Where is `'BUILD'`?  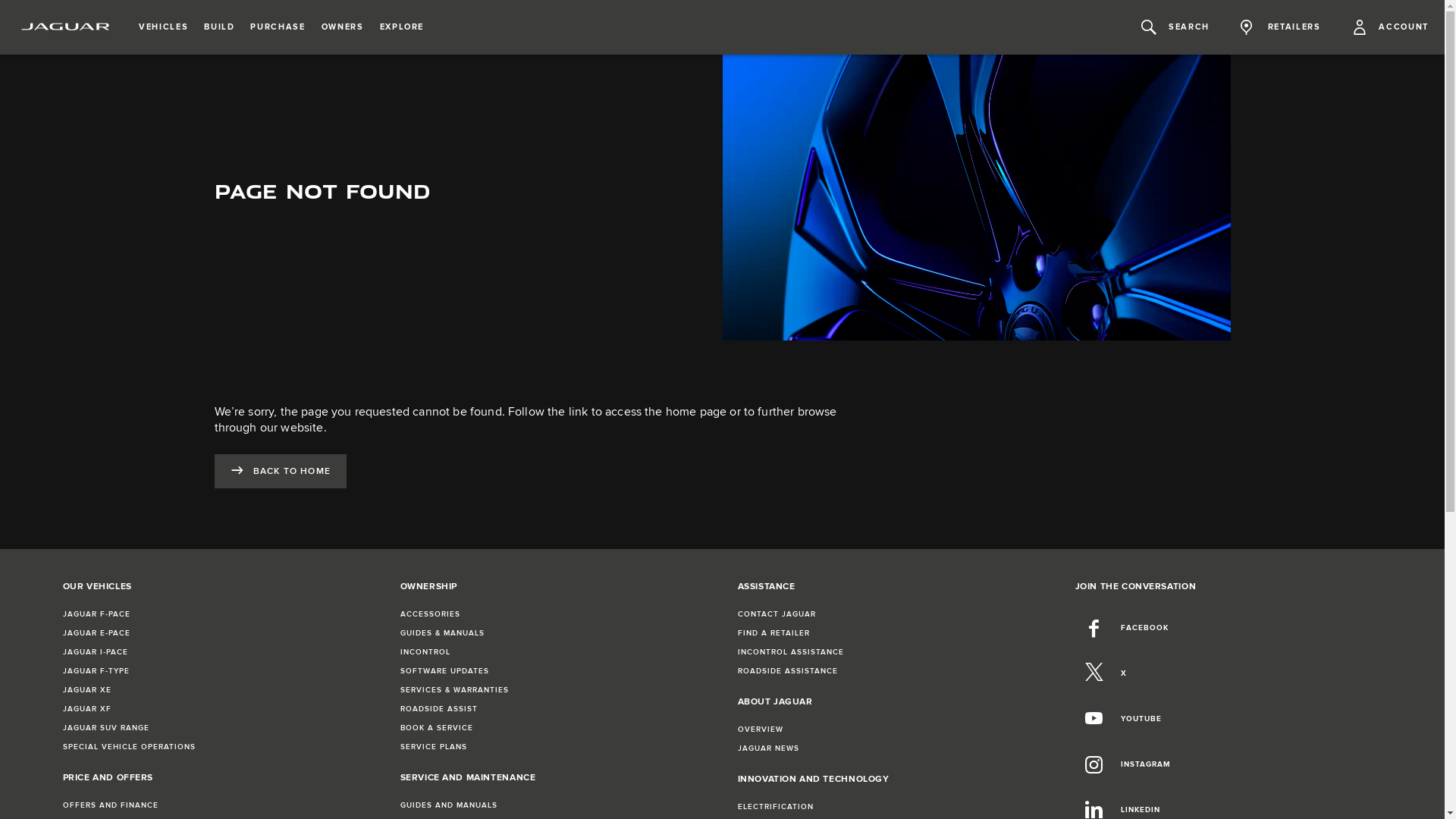
'BUILD' is located at coordinates (196, 27).